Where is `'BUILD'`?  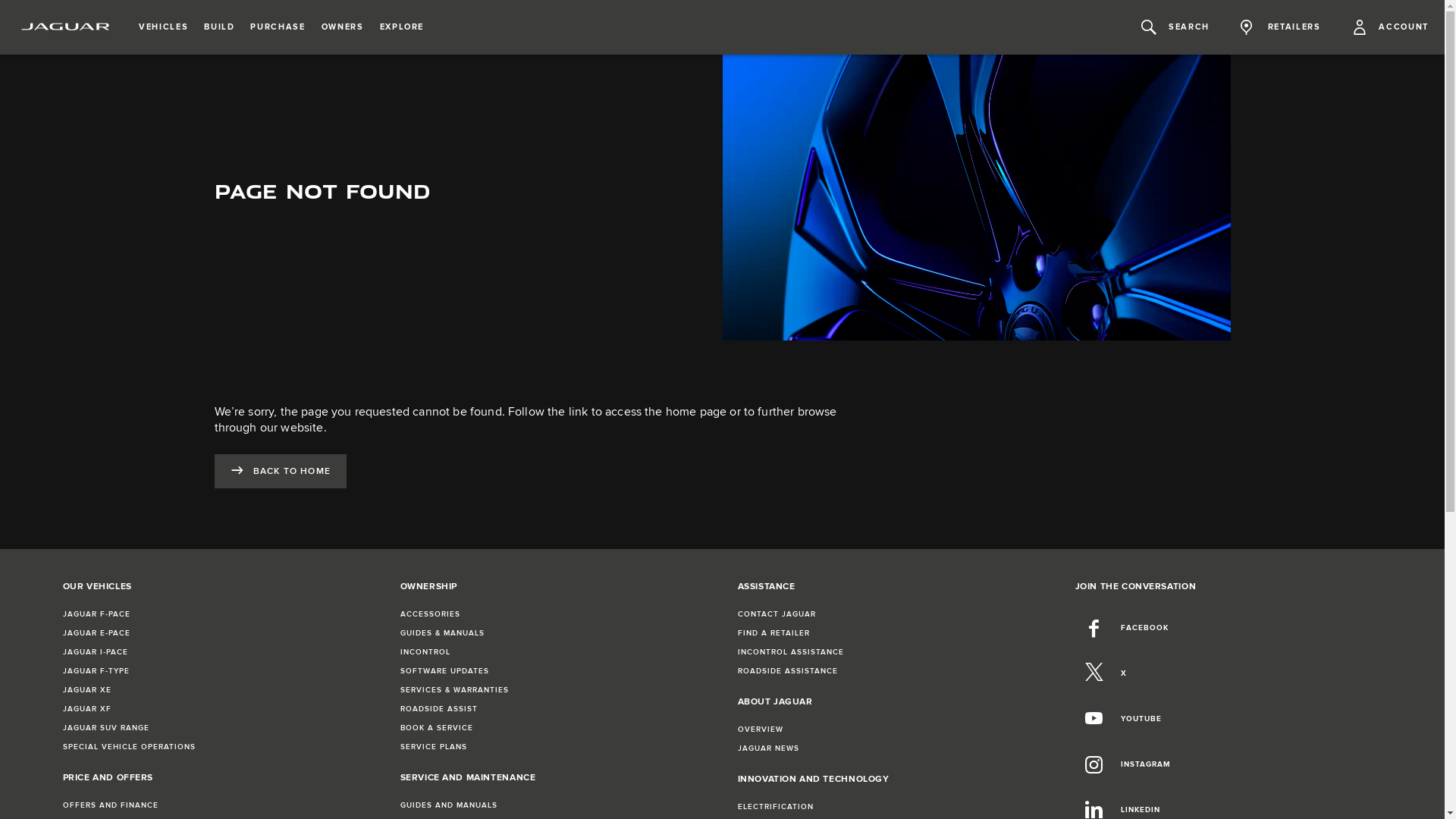
'BUILD' is located at coordinates (196, 27).